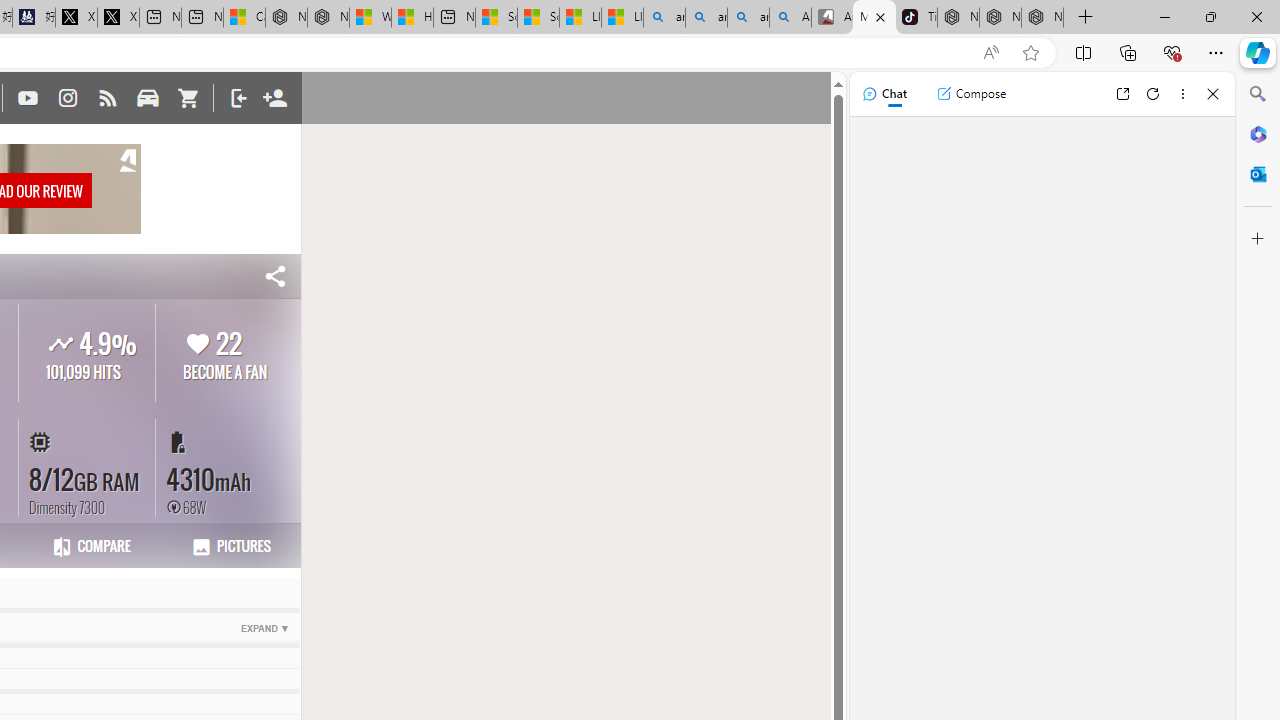 The height and width of the screenshot is (720, 1280). What do you see at coordinates (1257, 173) in the screenshot?
I see `'Outlook'` at bounding box center [1257, 173].